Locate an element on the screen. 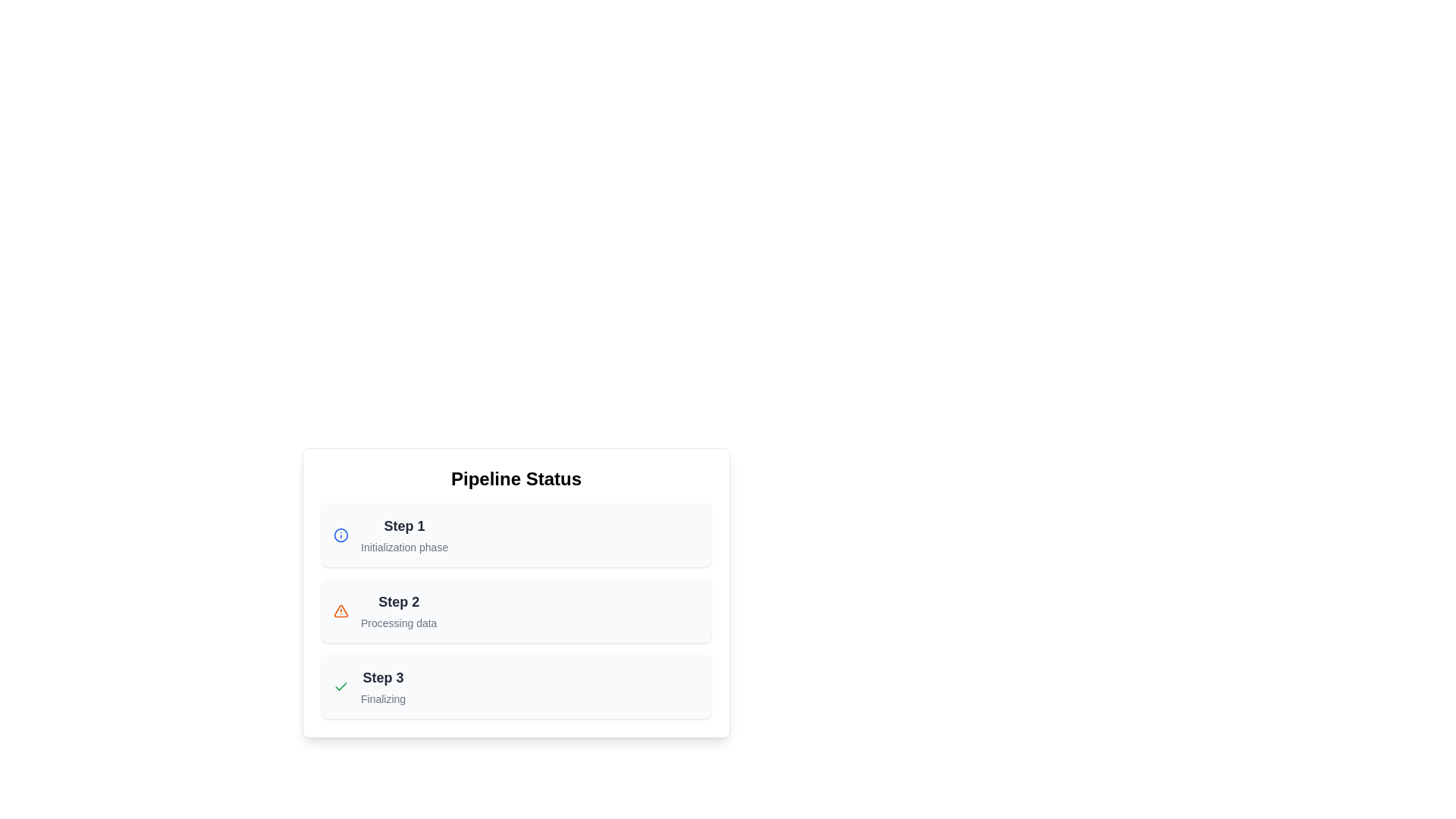 The width and height of the screenshot is (1456, 819). the label indicating the current phase as 'Finalizing', which is positioned under 'Step 3' in the vertically stacked list of steps is located at coordinates (383, 698).